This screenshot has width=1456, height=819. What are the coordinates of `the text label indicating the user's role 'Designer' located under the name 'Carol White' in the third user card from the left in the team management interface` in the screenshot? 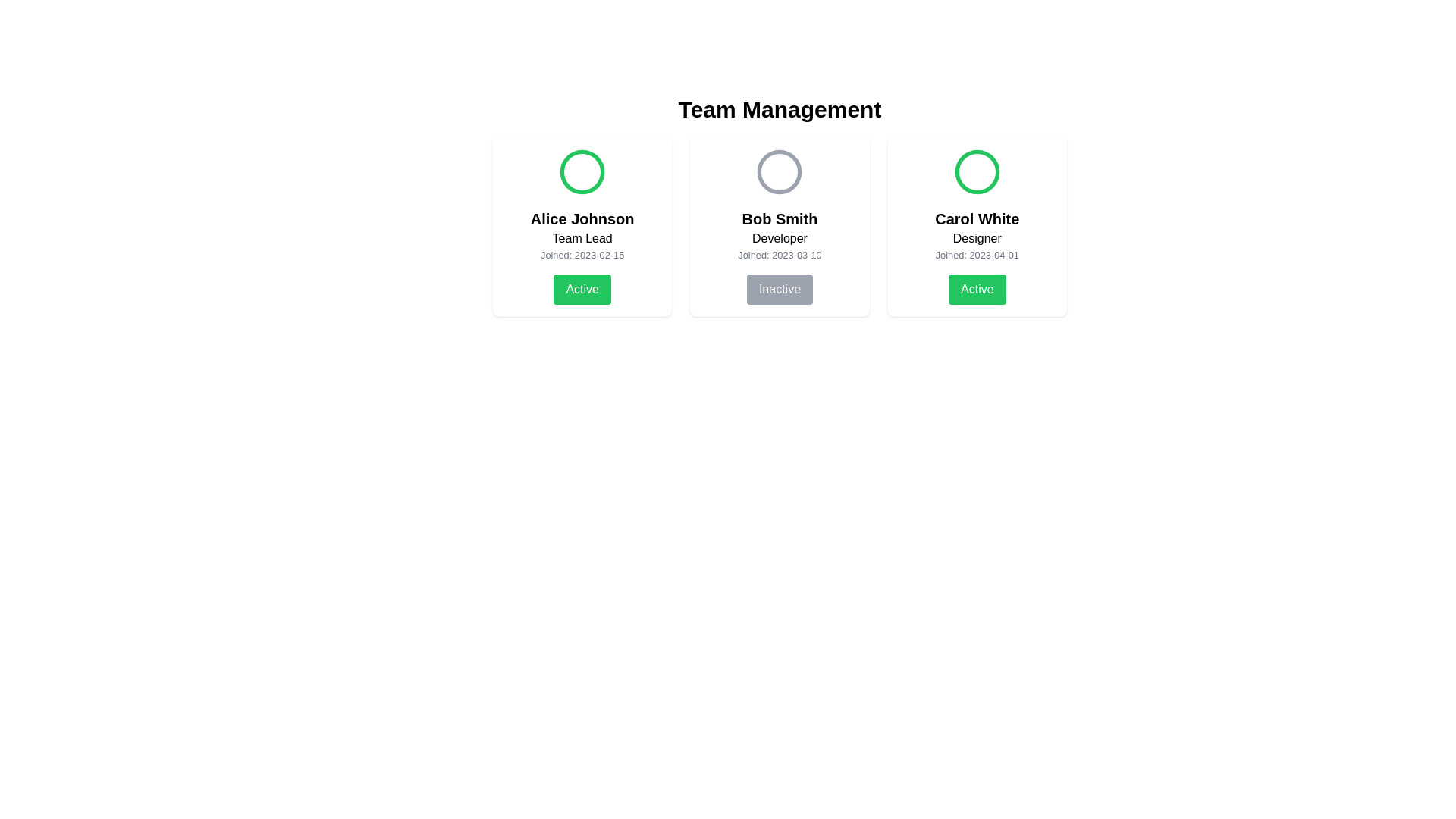 It's located at (977, 239).